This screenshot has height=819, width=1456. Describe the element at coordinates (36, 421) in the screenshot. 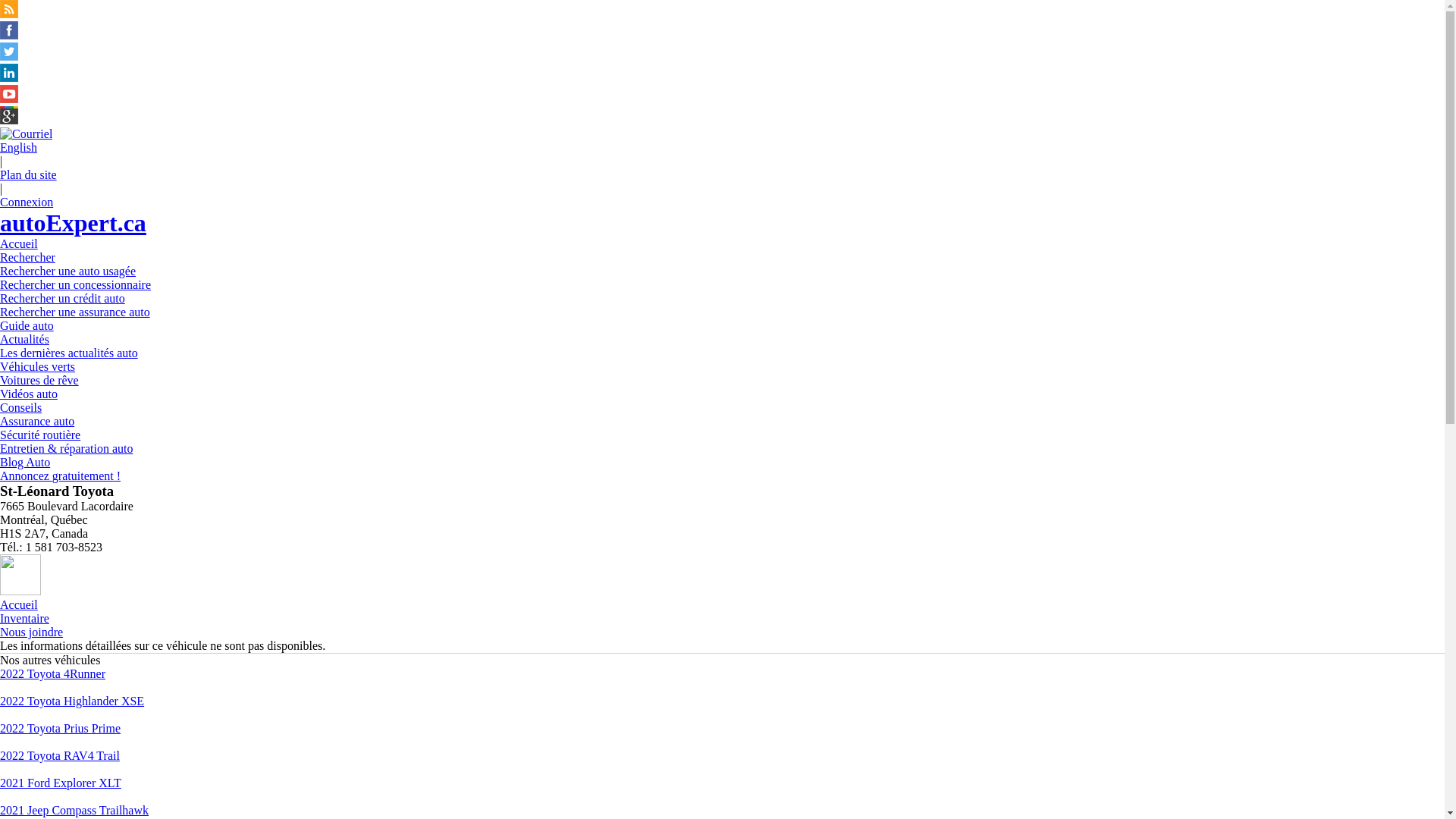

I see `'Assurance auto'` at that location.